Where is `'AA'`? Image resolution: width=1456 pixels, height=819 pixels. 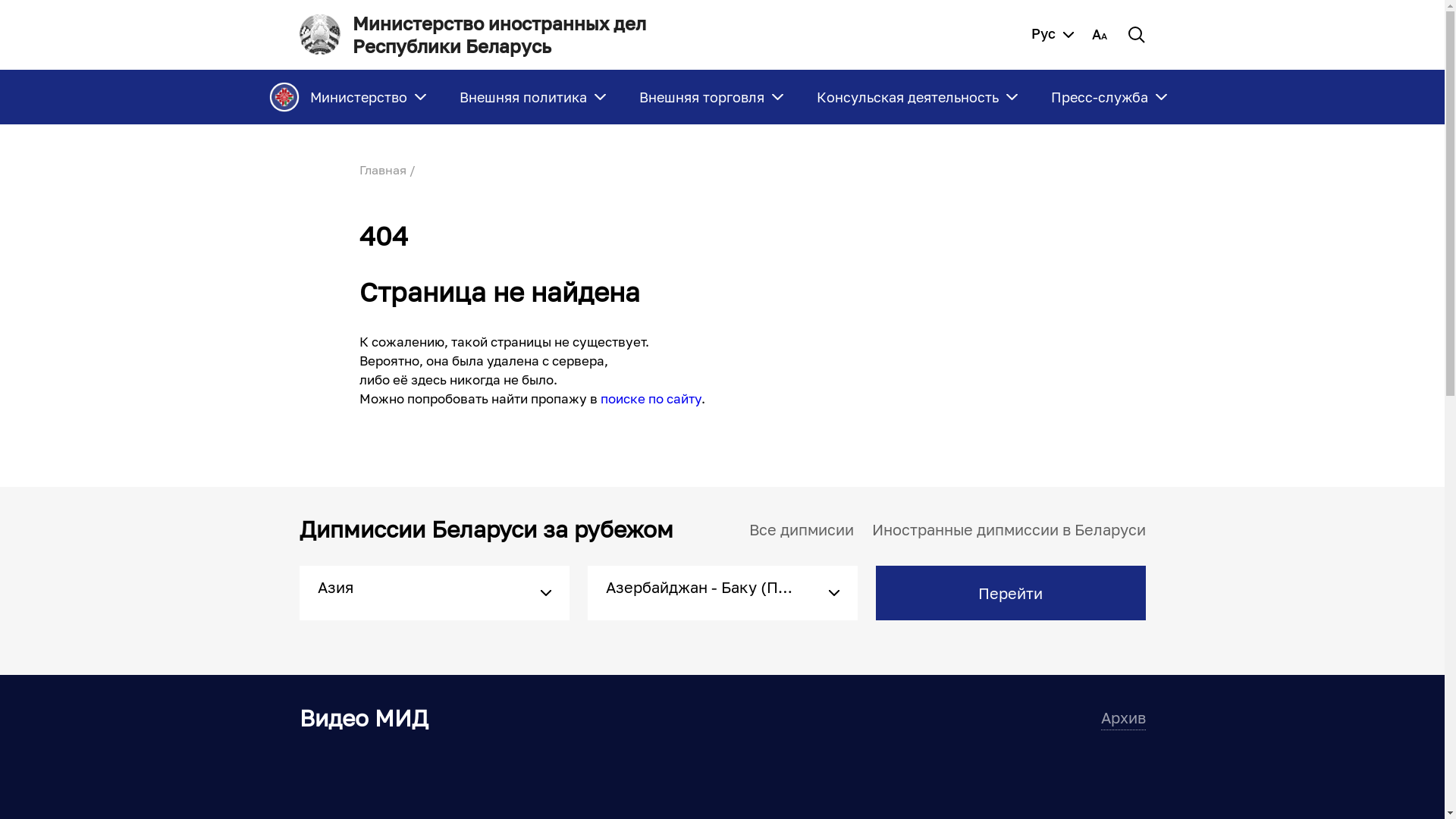
'AA' is located at coordinates (1092, 34).